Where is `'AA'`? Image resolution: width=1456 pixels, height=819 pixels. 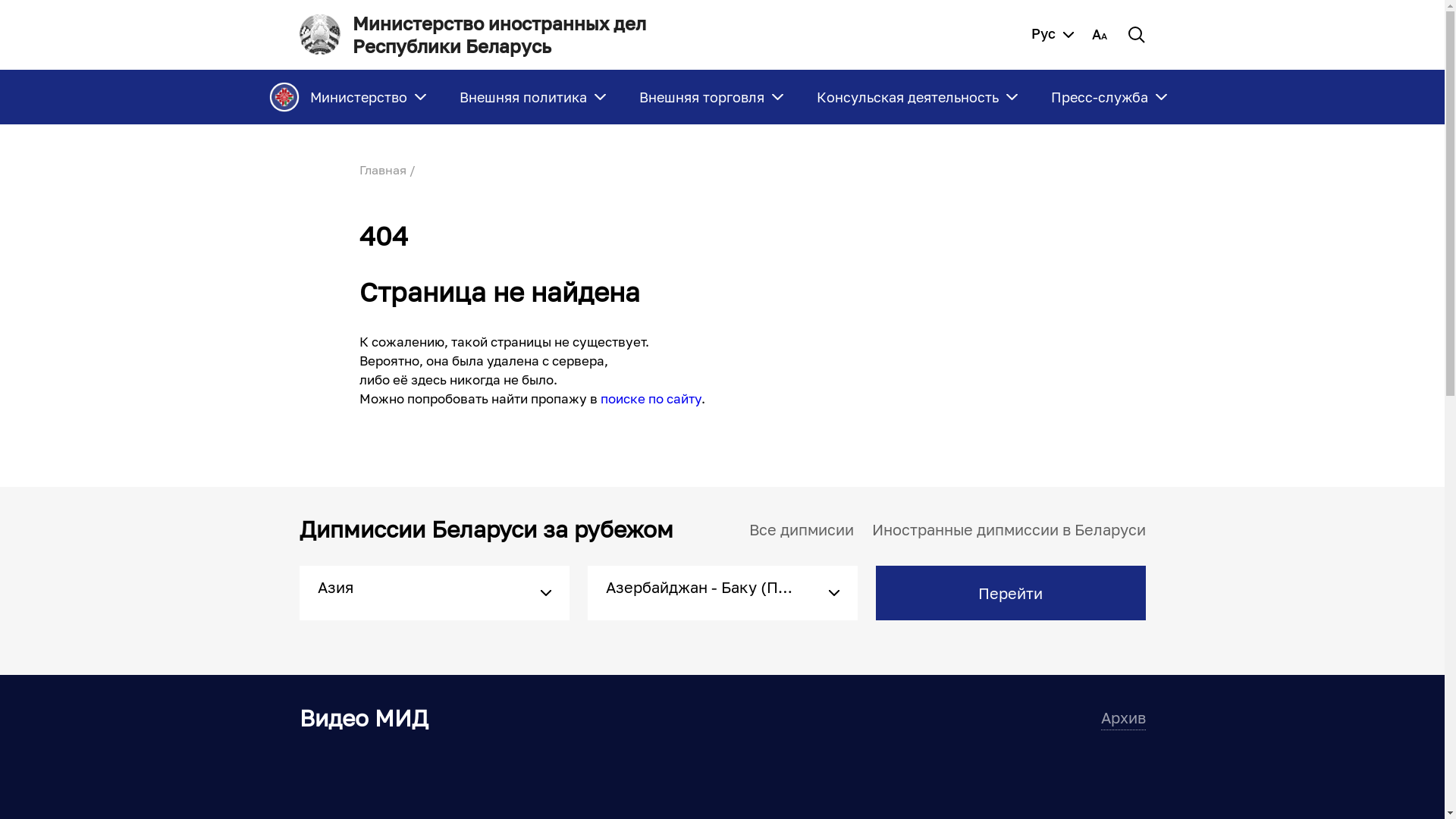
'AA' is located at coordinates (1092, 34).